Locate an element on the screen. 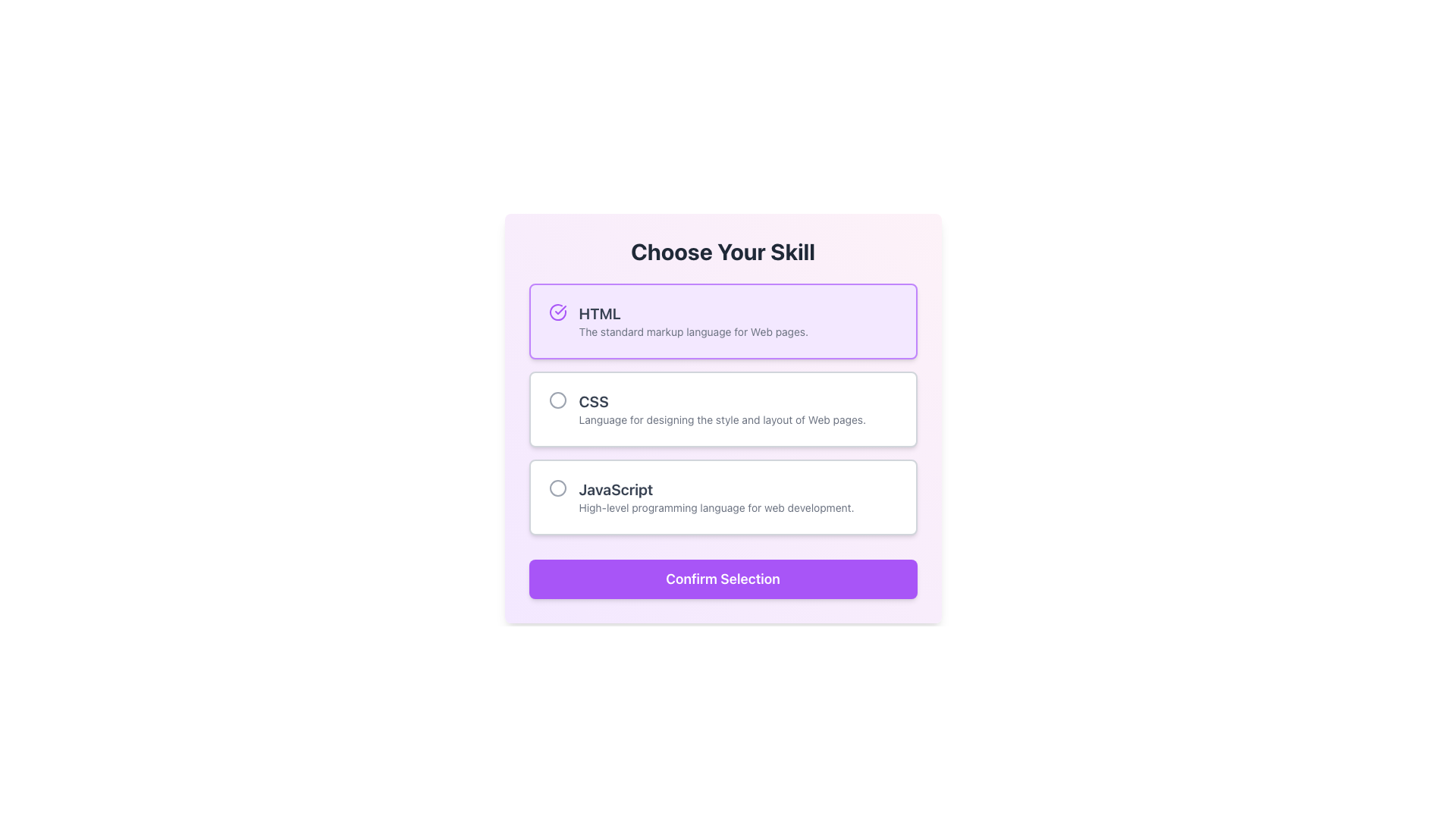 This screenshot has height=819, width=1456. the confirmation button located at the bottom of the form to confirm the selection of options is located at coordinates (722, 579).